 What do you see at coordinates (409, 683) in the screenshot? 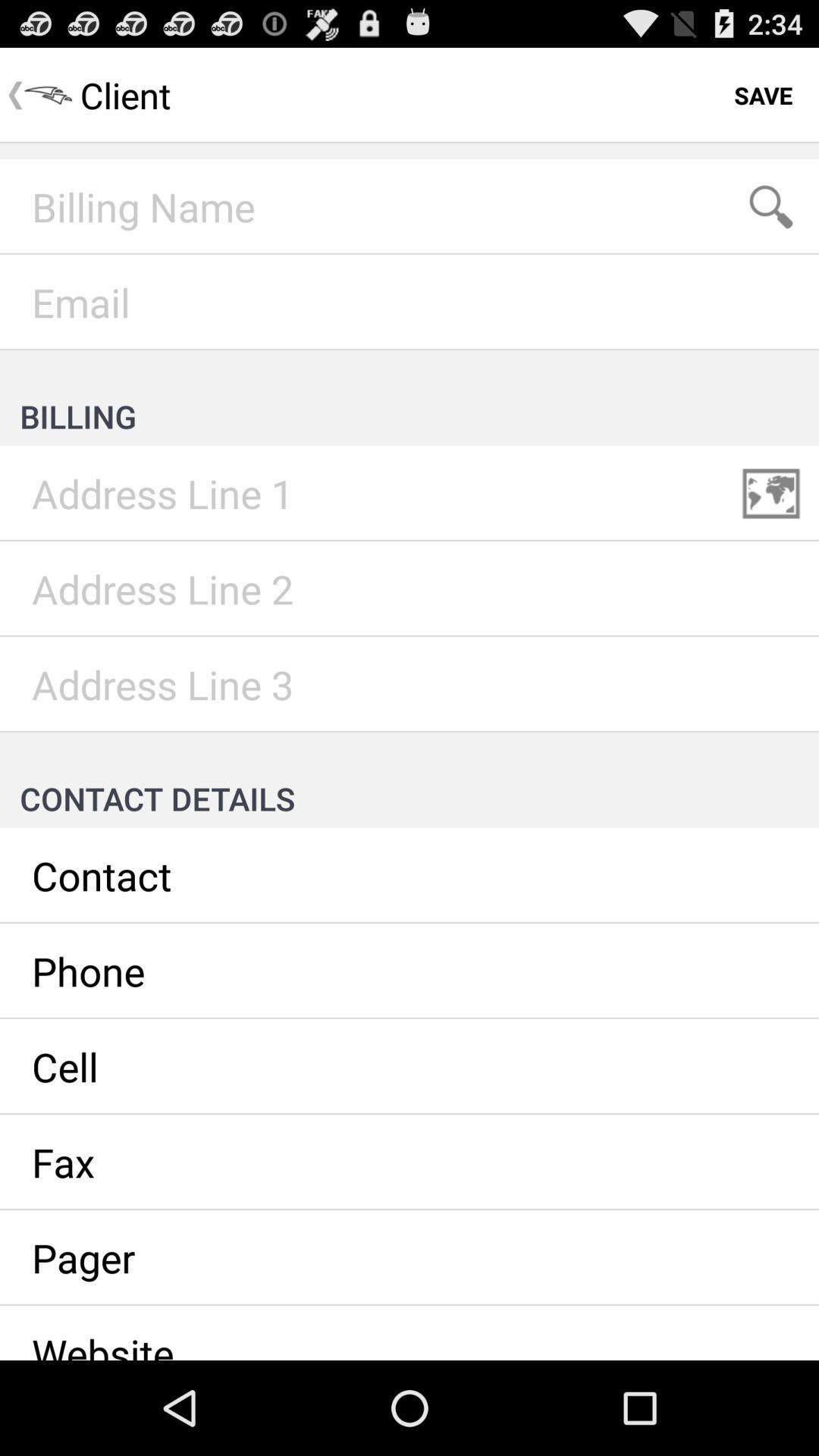
I see `insert address` at bounding box center [409, 683].